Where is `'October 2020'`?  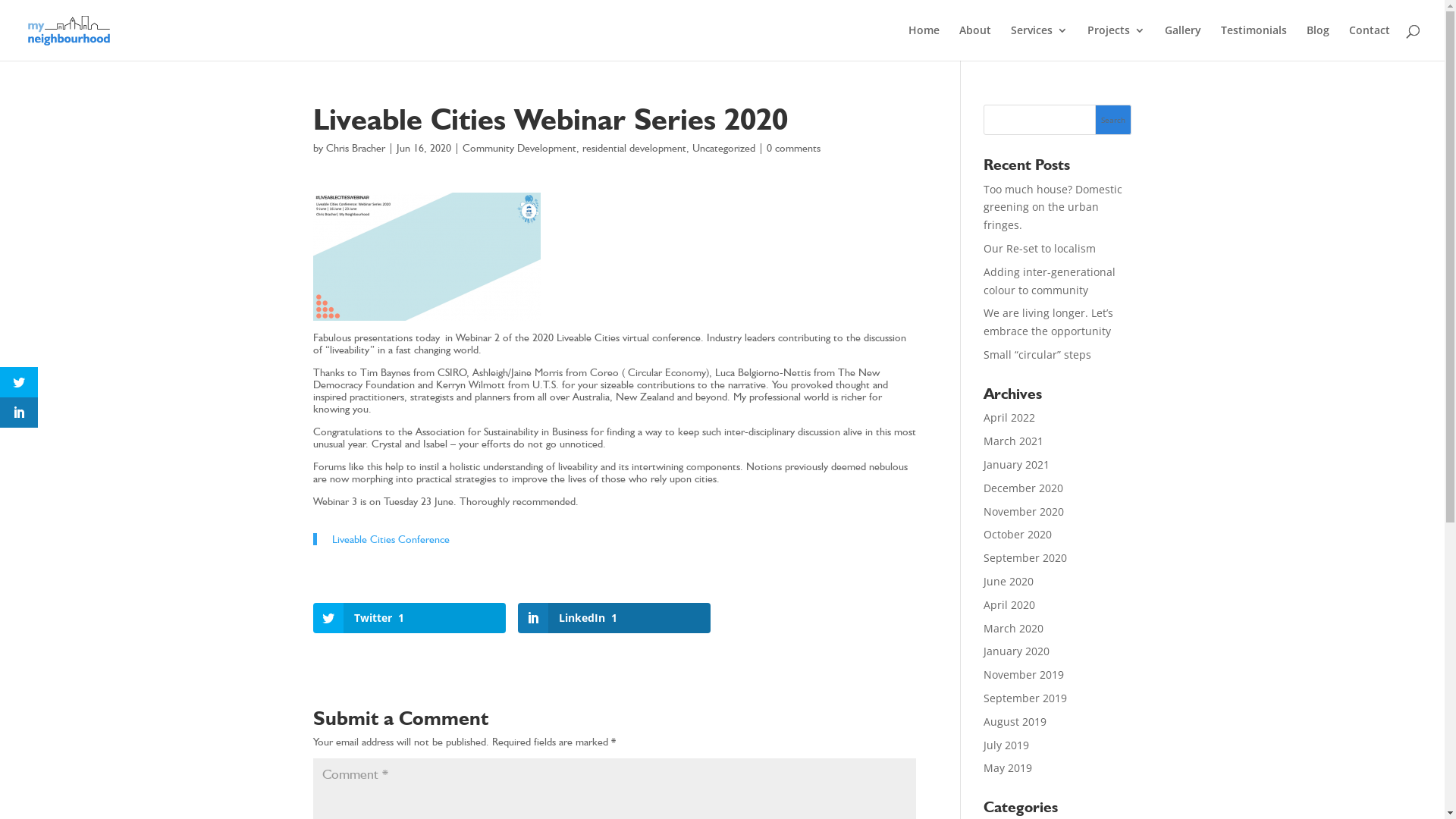 'October 2020' is located at coordinates (1018, 533).